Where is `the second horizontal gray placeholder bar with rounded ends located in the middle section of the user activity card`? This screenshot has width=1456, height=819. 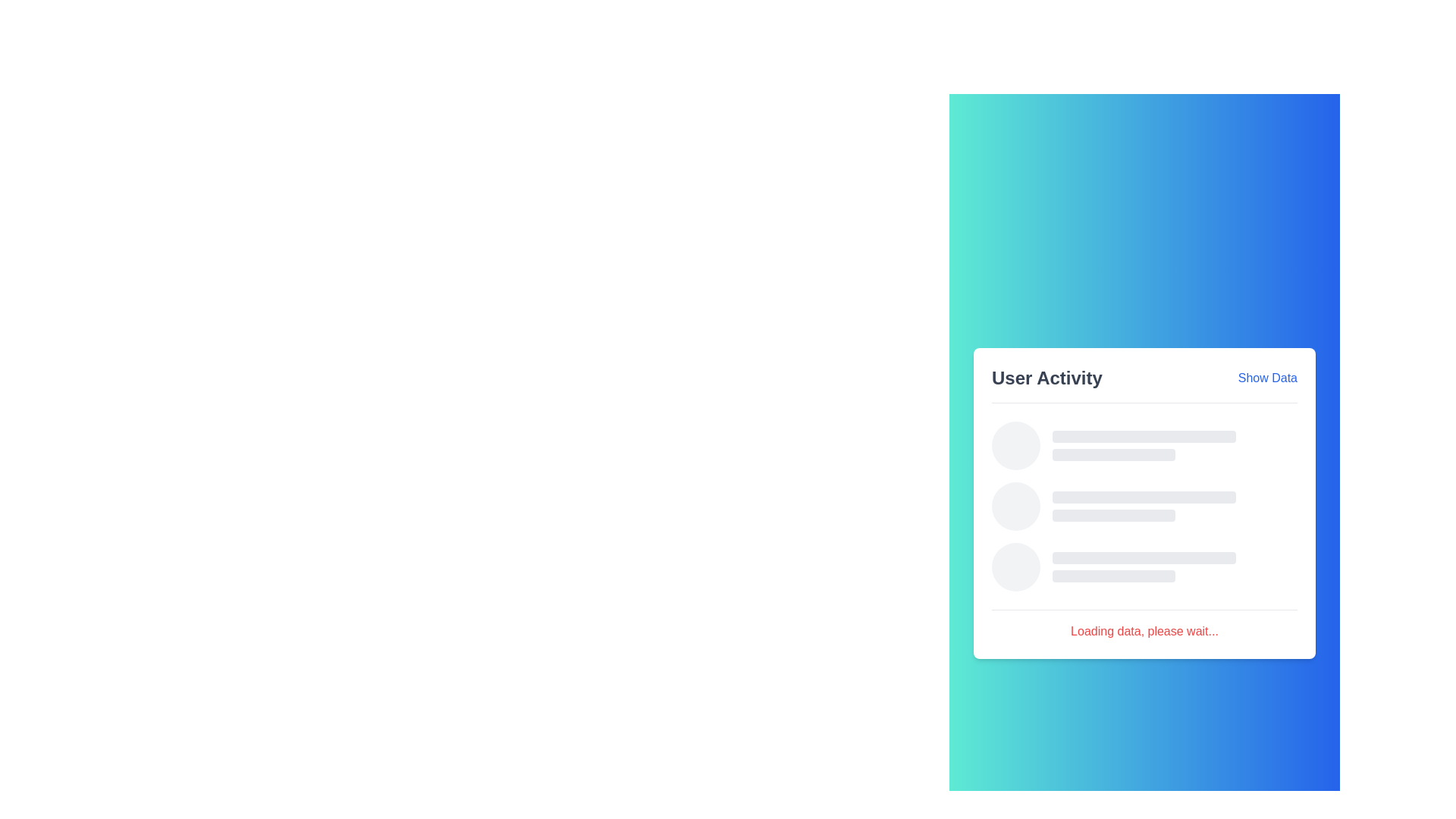
the second horizontal gray placeholder bar with rounded ends located in the middle section of the user activity card is located at coordinates (1113, 454).